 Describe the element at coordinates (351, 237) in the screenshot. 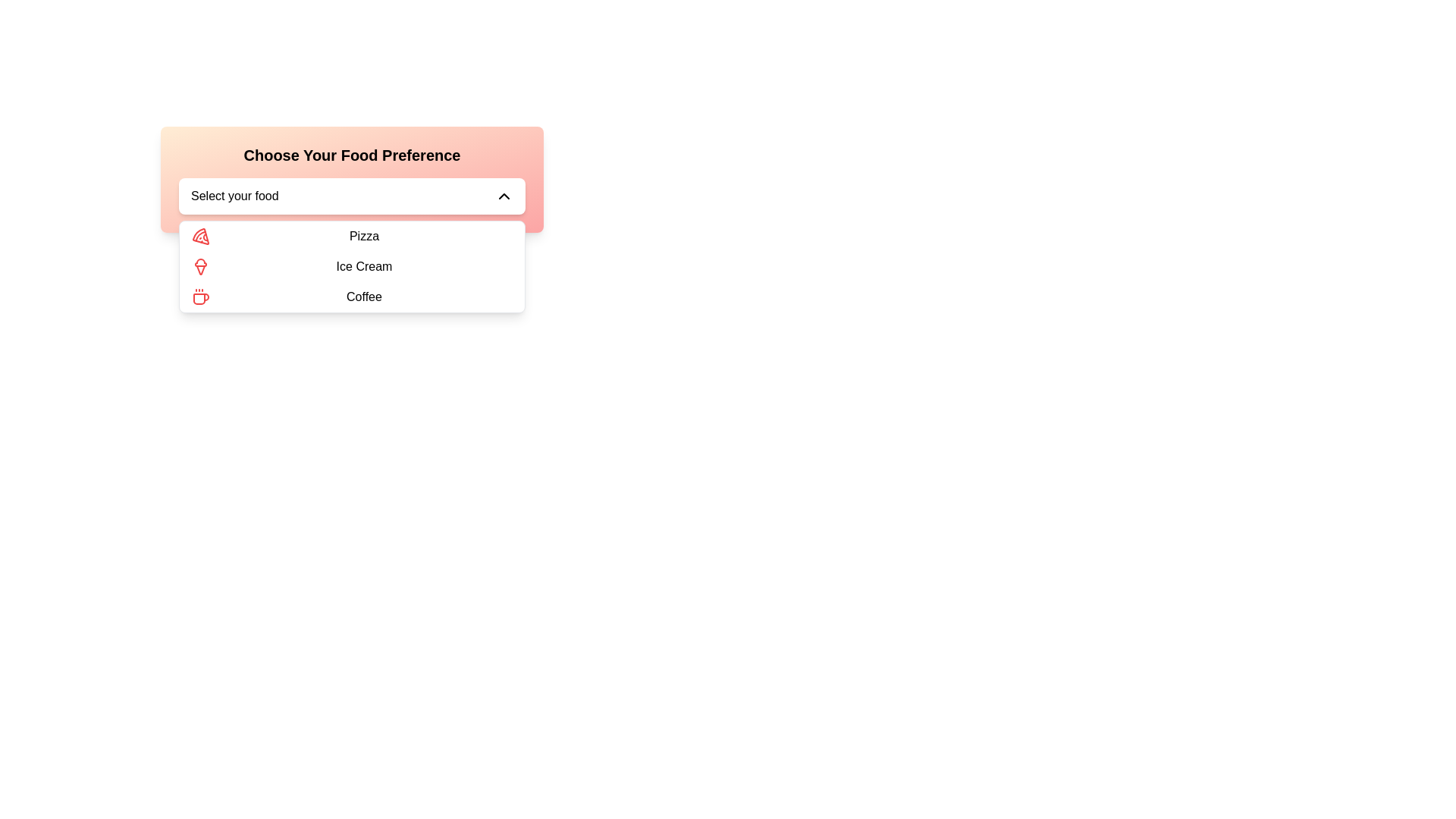

I see `to select the first menu item represented by a red pizza slice icon followed by the text 'Pizza' in a dropdown list under 'Choose Your Food Preference'` at that location.